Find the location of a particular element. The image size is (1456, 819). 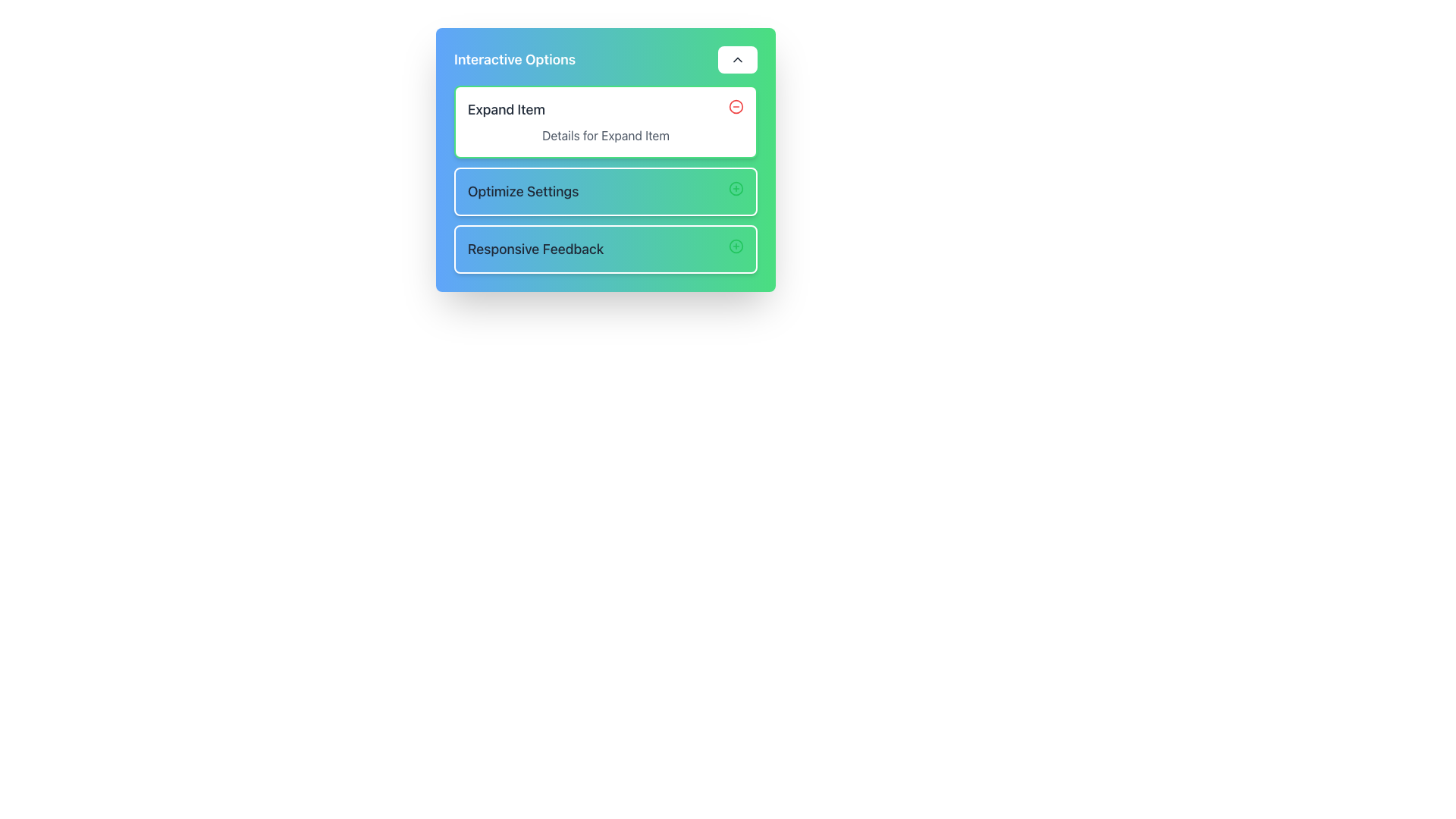

the 'Expand Item' Interactive Card, which is the topmost card in a vertical list of similar cards, to interact with it is located at coordinates (604, 121).